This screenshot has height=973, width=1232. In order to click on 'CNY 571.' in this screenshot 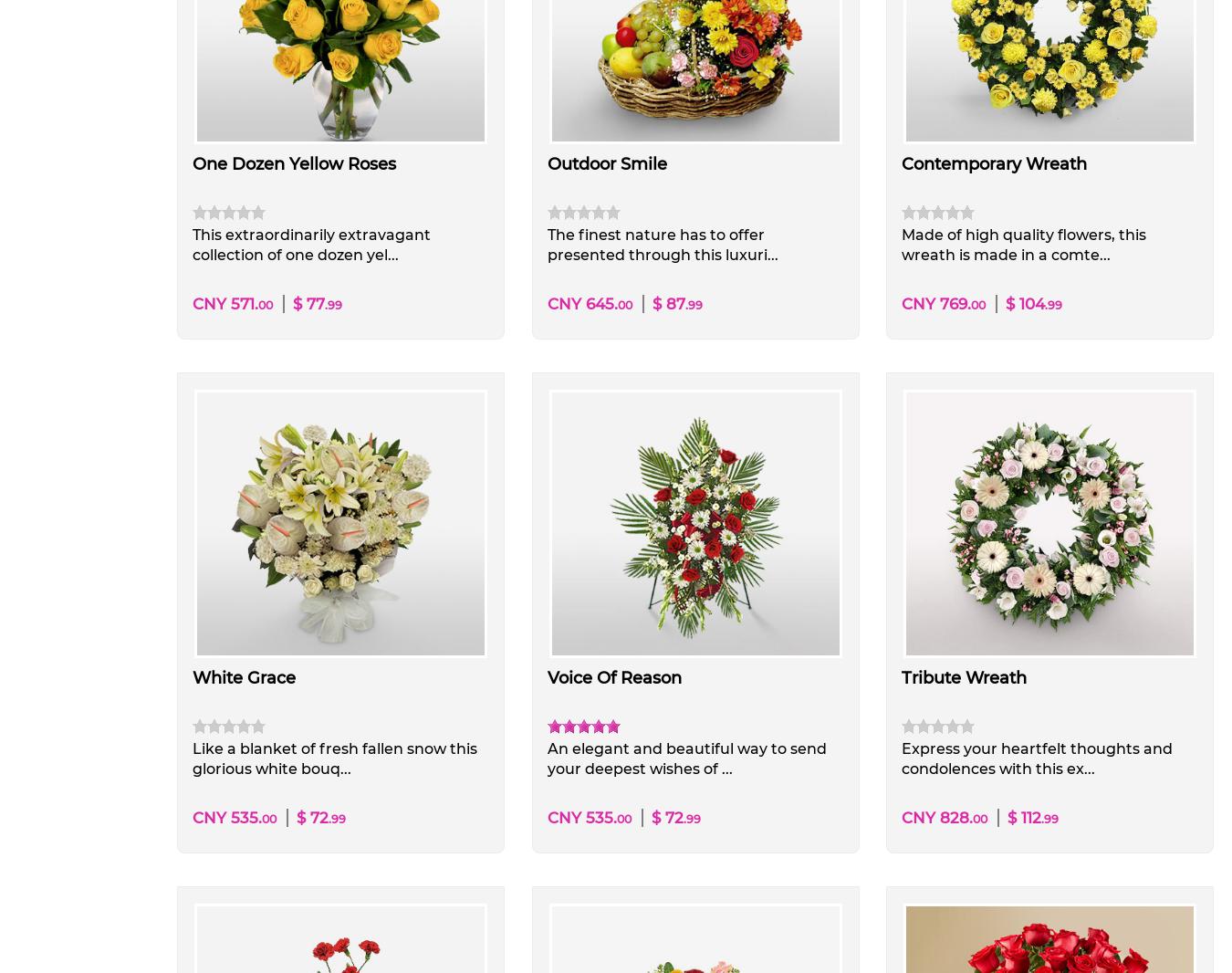, I will do `click(193, 304)`.